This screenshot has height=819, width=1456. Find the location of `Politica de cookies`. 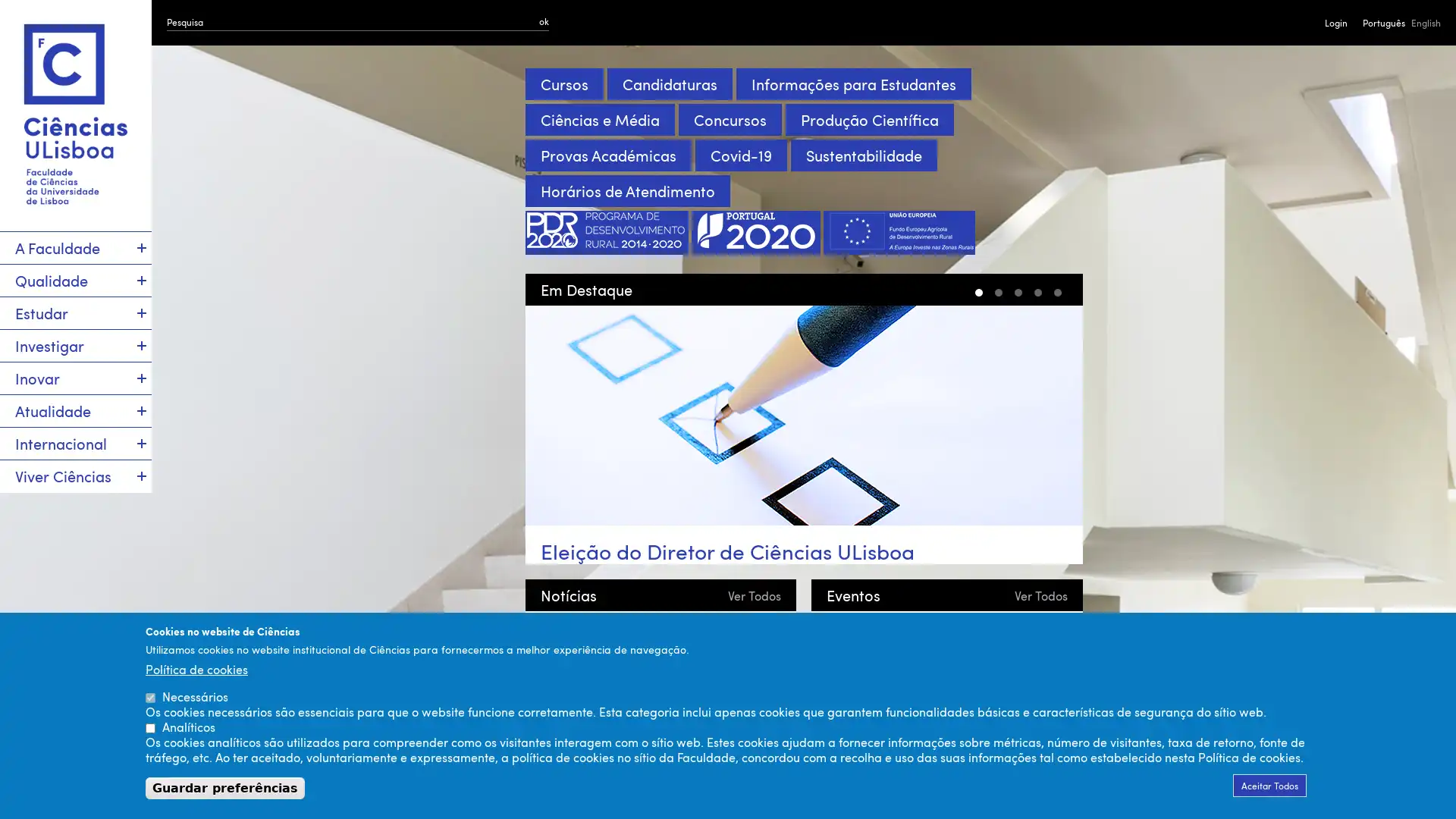

Politica de cookies is located at coordinates (196, 668).